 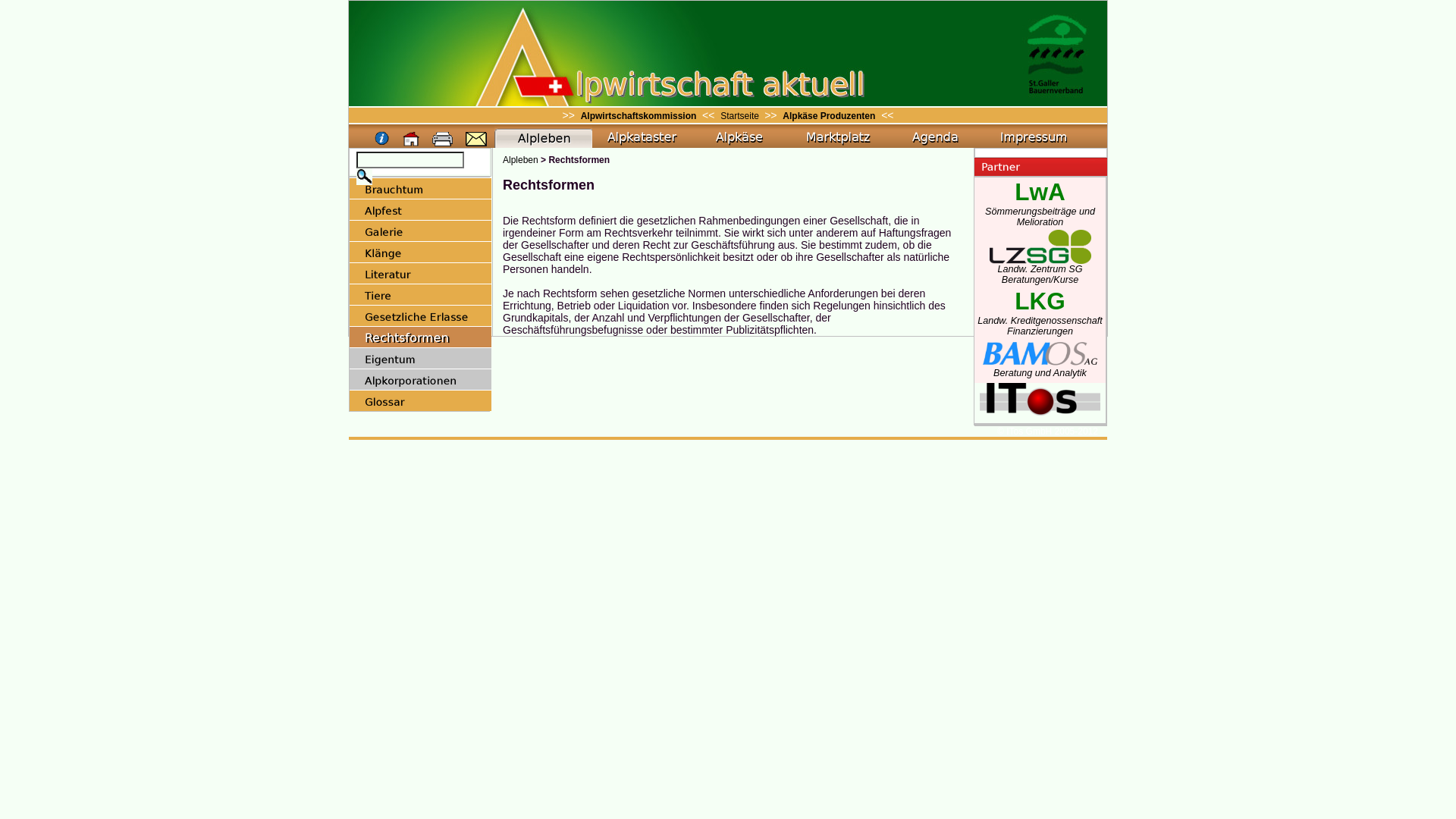 I want to click on 'LKG, so click(x=977, y=318).